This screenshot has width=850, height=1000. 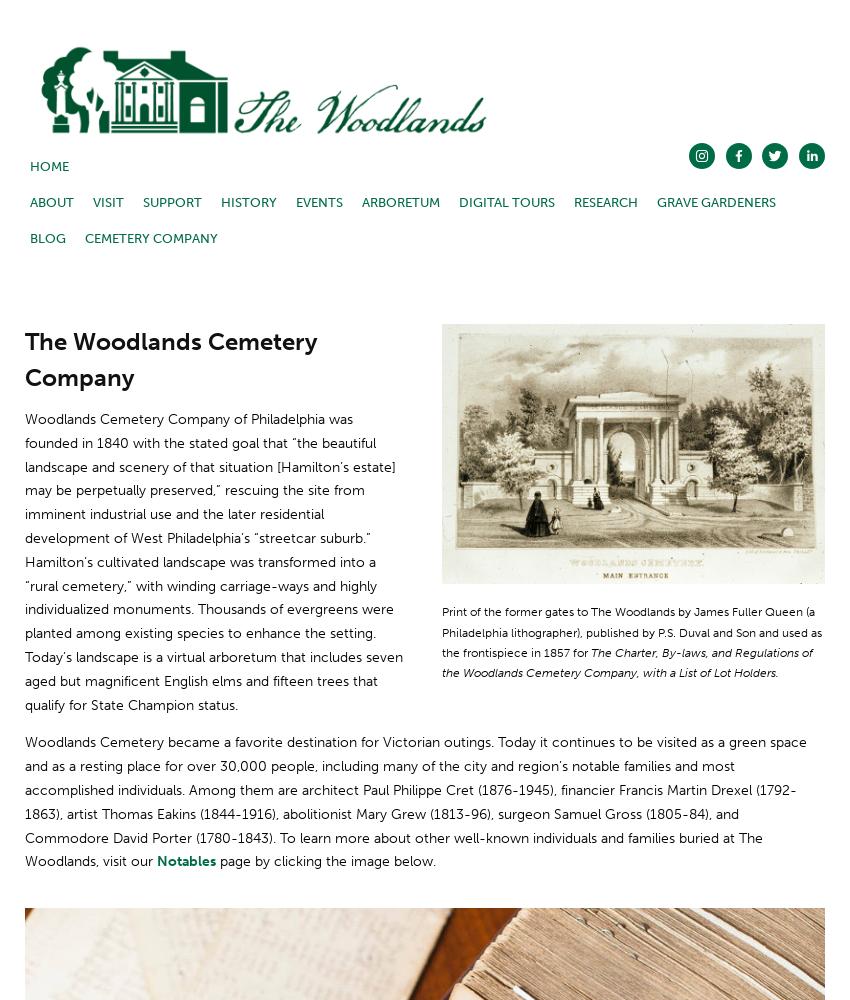 What do you see at coordinates (628, 662) in the screenshot?
I see `'The Charter, By-laws, and Regulations of the Woodlands Cemetery Company, with a List of Lot Holders.'` at bounding box center [628, 662].